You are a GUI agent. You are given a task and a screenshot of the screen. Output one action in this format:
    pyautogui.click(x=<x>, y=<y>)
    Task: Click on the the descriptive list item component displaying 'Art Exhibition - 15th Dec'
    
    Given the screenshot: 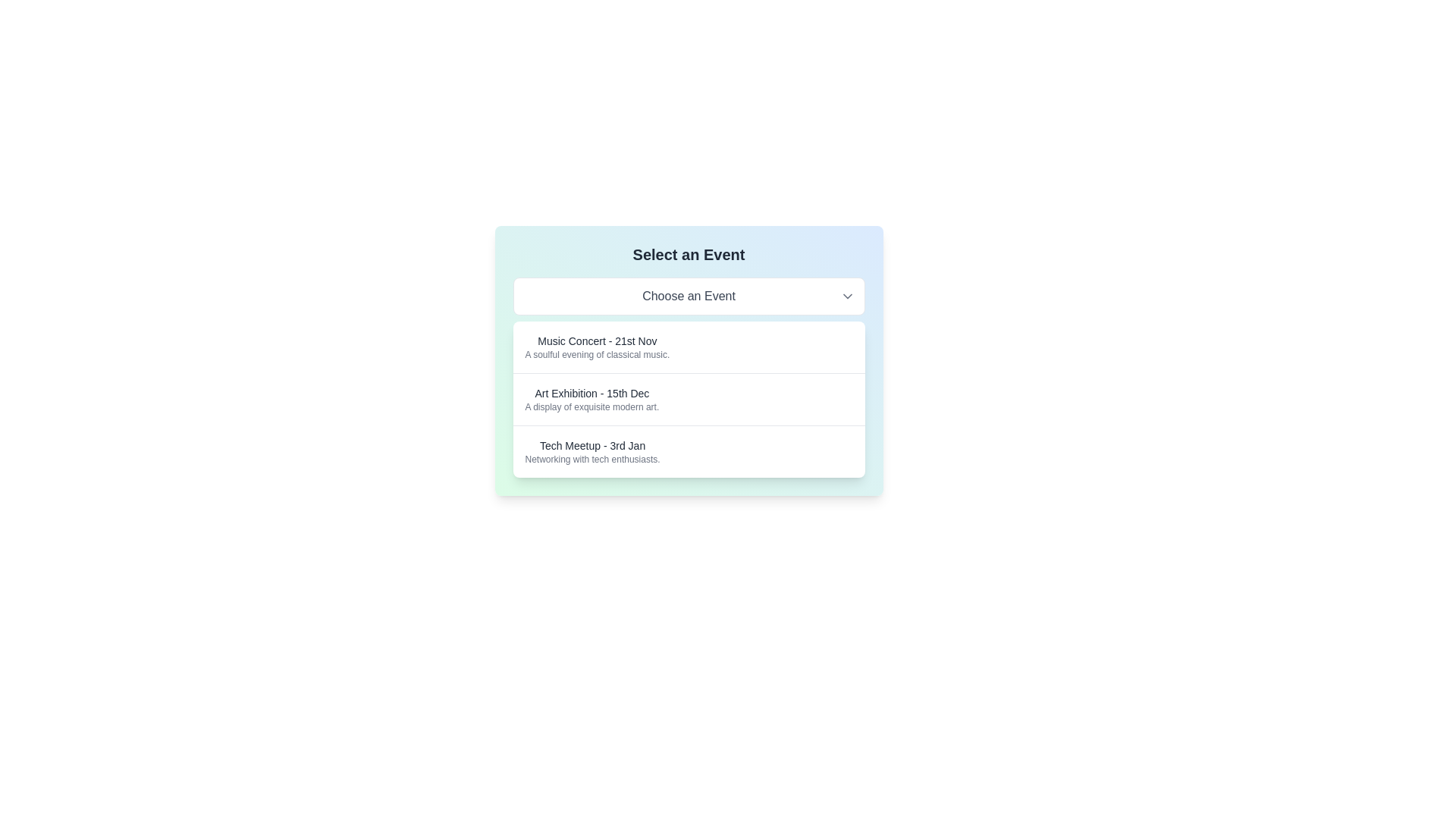 What is the action you would take?
    pyautogui.click(x=688, y=399)
    